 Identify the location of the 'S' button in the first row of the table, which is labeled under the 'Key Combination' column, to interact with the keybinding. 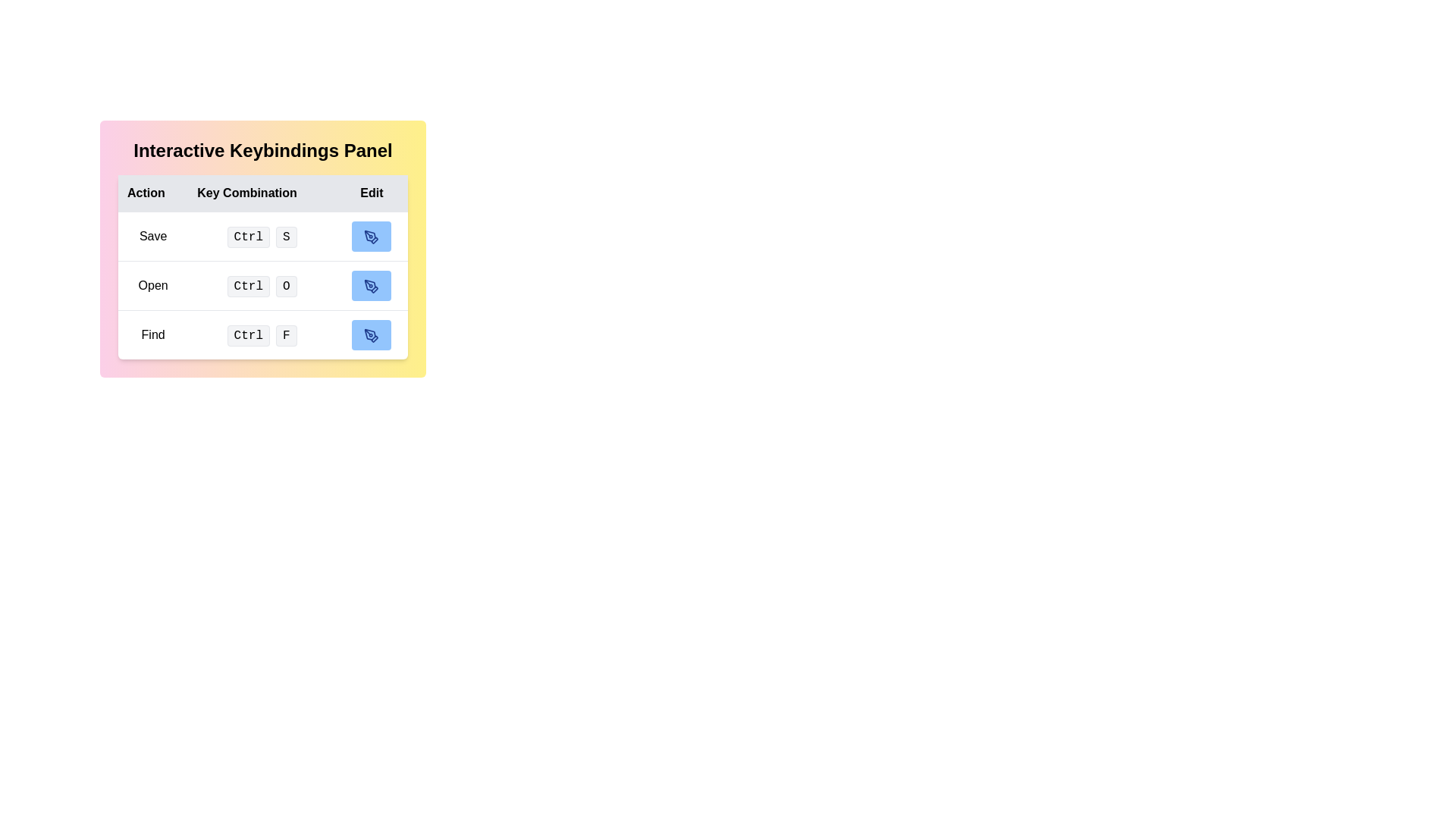
(262, 237).